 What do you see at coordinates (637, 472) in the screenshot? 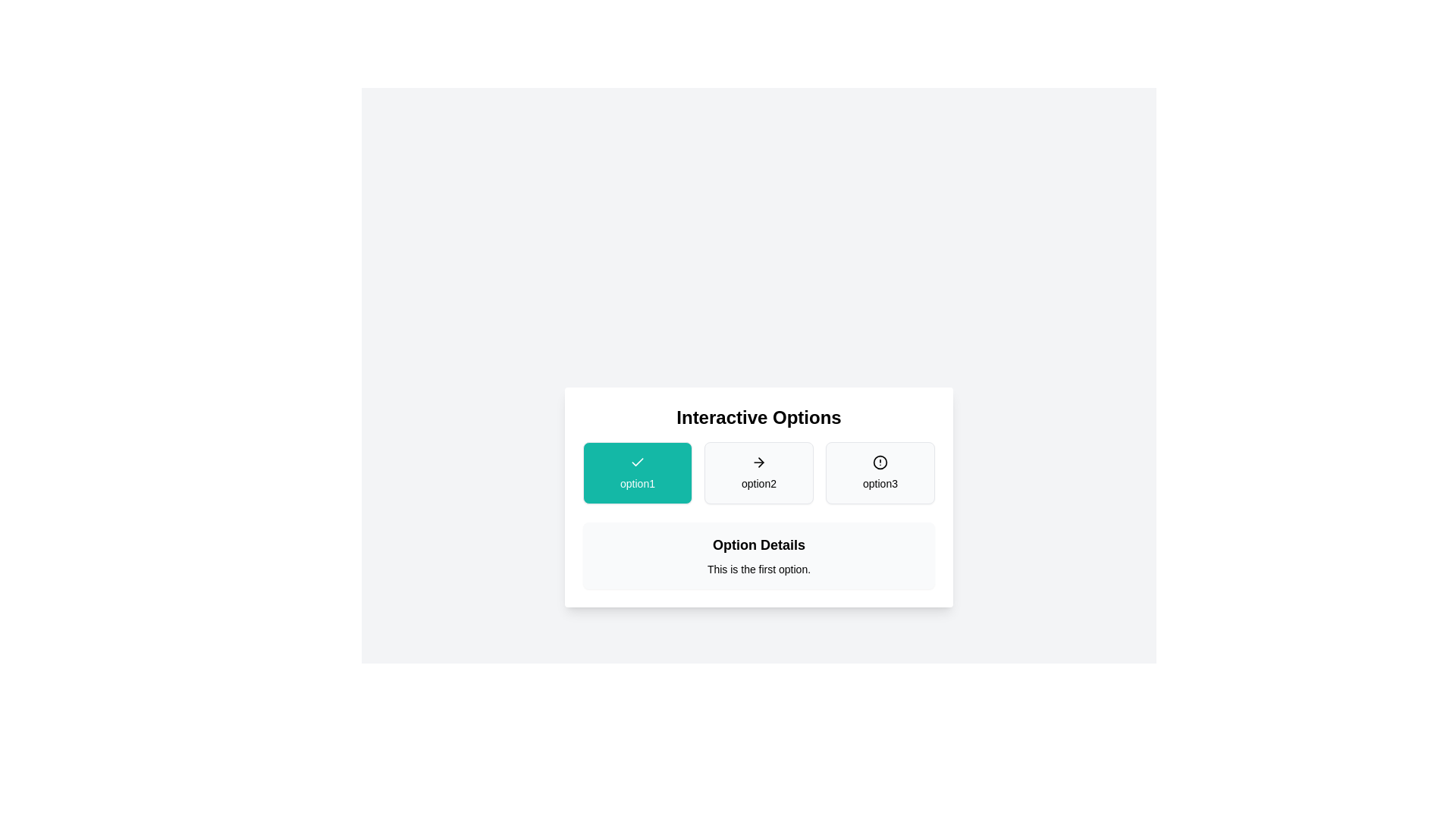
I see `the teal button labeled 'option1' with a white checkmark icon` at bounding box center [637, 472].